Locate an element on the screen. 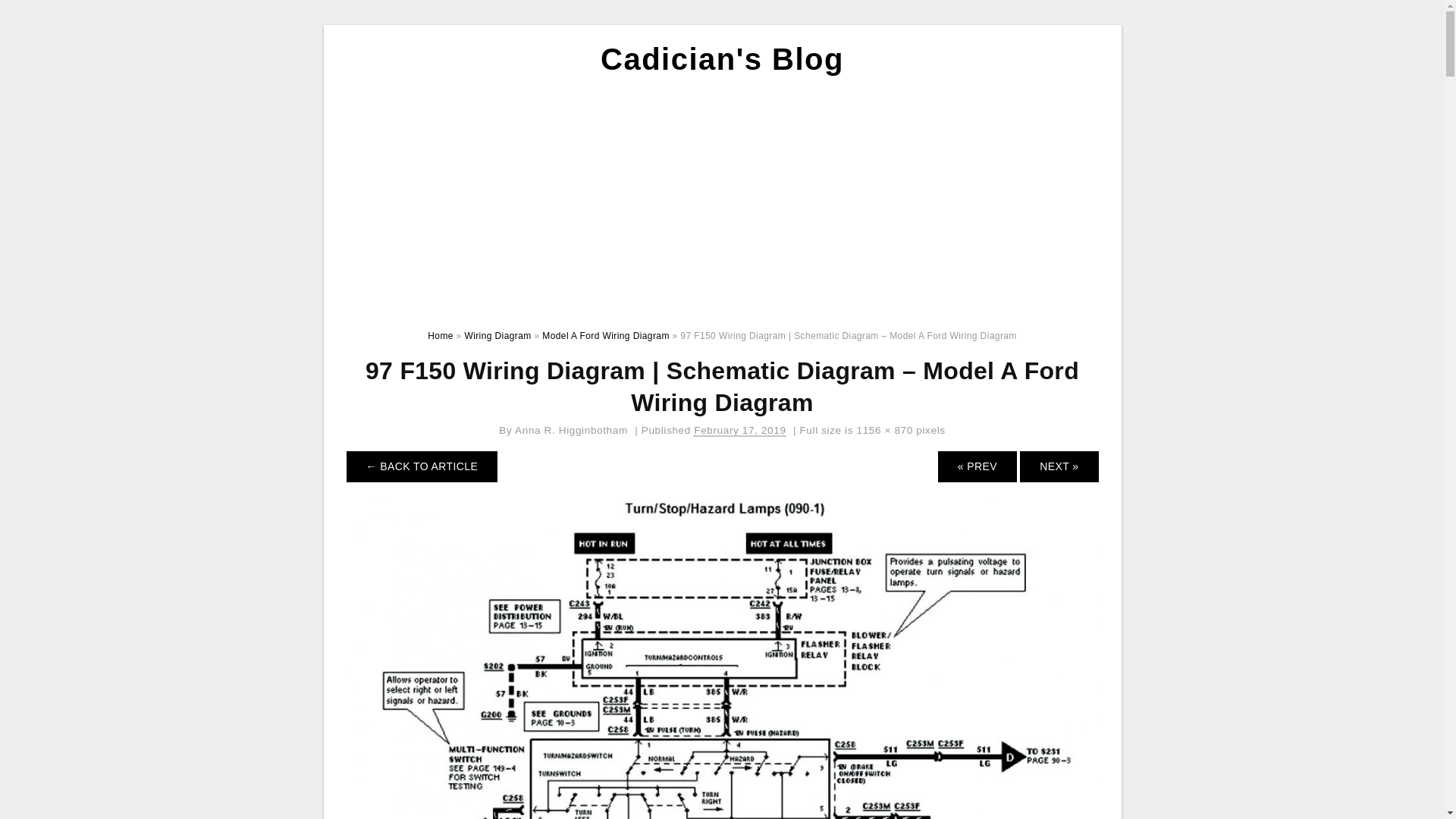 Image resolution: width=1456 pixels, height=819 pixels. 'Anna R. Higginbotham' is located at coordinates (570, 430).